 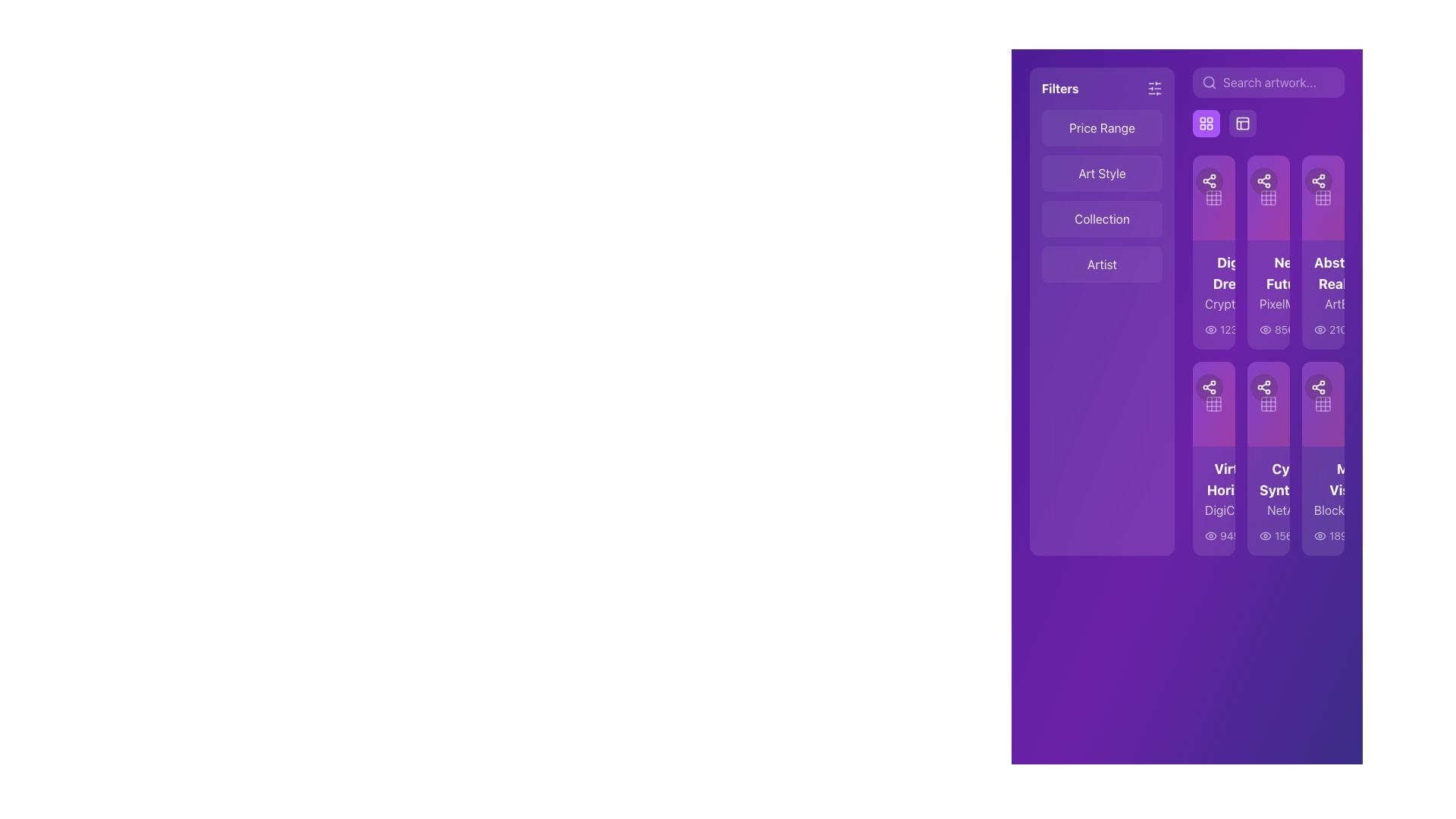 What do you see at coordinates (1360, 535) in the screenshot?
I see `the heart-shaped icon located towards the bottom of the last column in the grid to like the corresponding item` at bounding box center [1360, 535].